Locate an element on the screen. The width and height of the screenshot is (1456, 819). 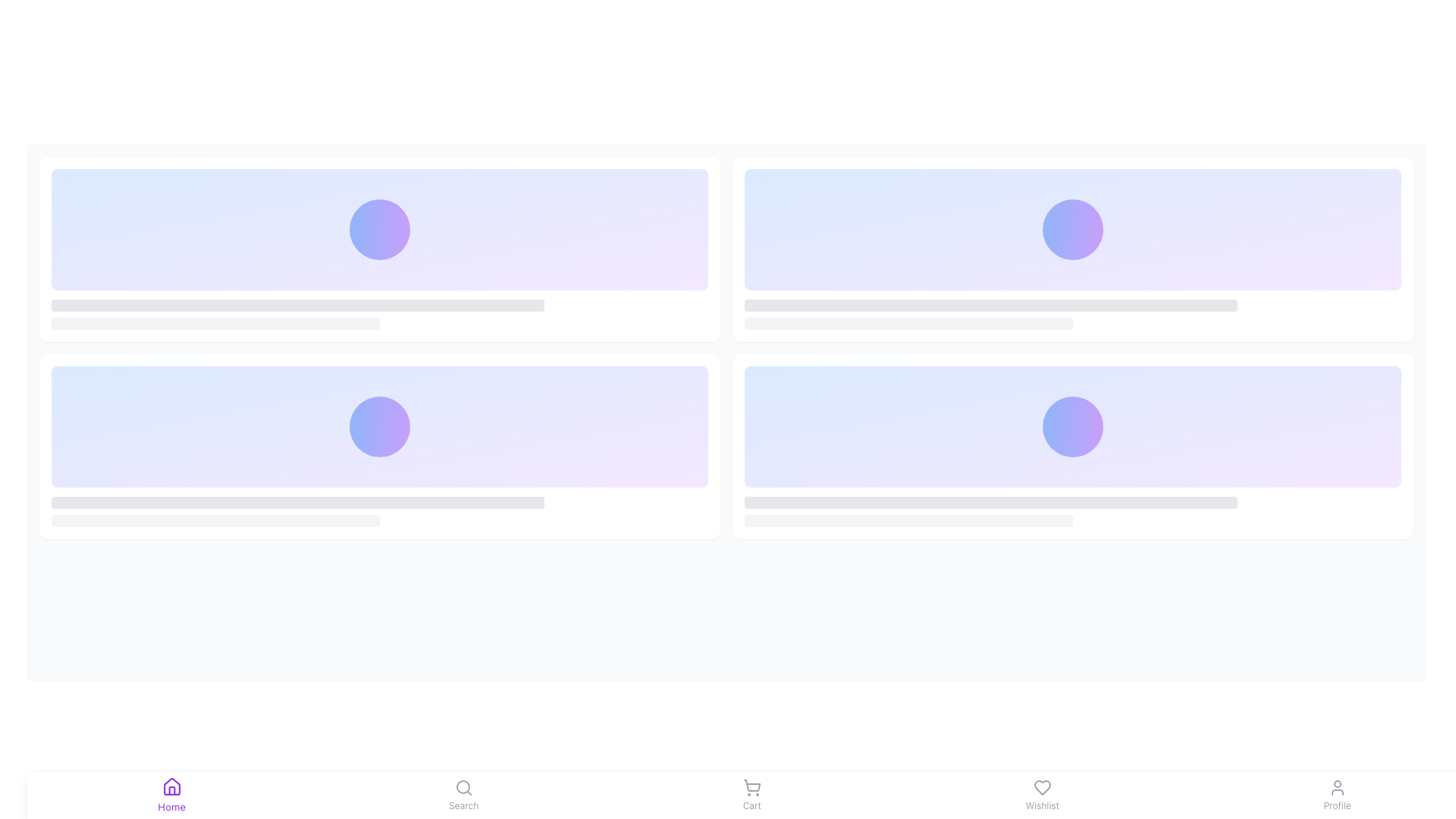
the profile icon represented by a user-shaped graphic in the navigation bar to possibly see a tooltip is located at coordinates (1337, 786).